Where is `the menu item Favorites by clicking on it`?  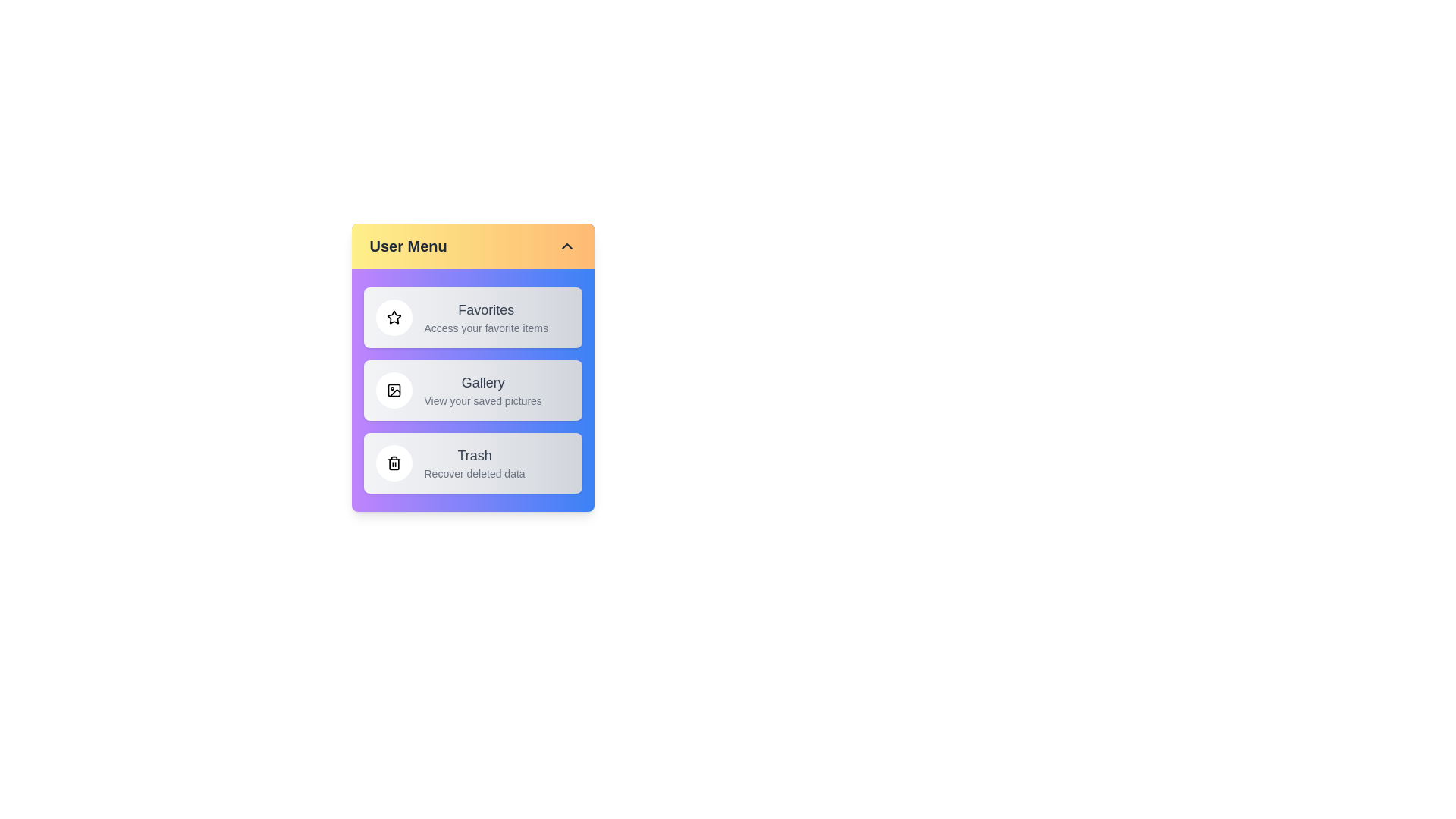
the menu item Favorites by clicking on it is located at coordinates (472, 317).